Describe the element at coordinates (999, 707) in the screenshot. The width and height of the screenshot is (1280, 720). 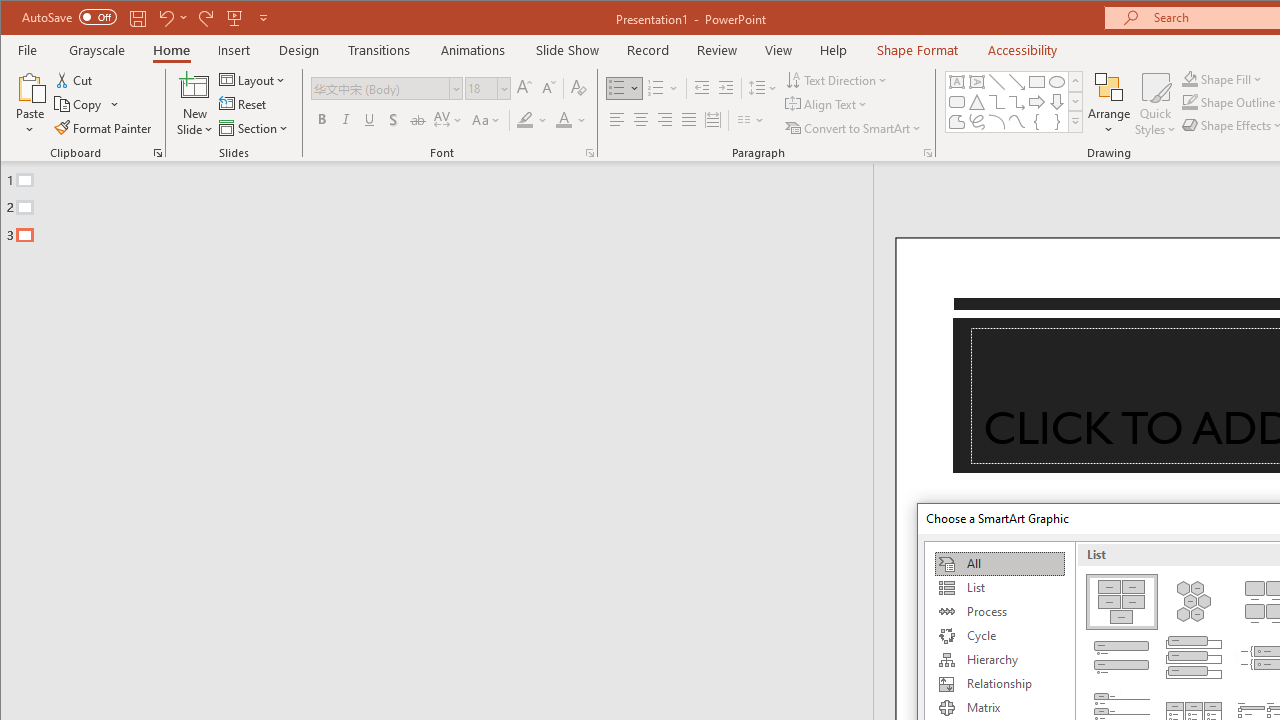
I see `'Matrix'` at that location.